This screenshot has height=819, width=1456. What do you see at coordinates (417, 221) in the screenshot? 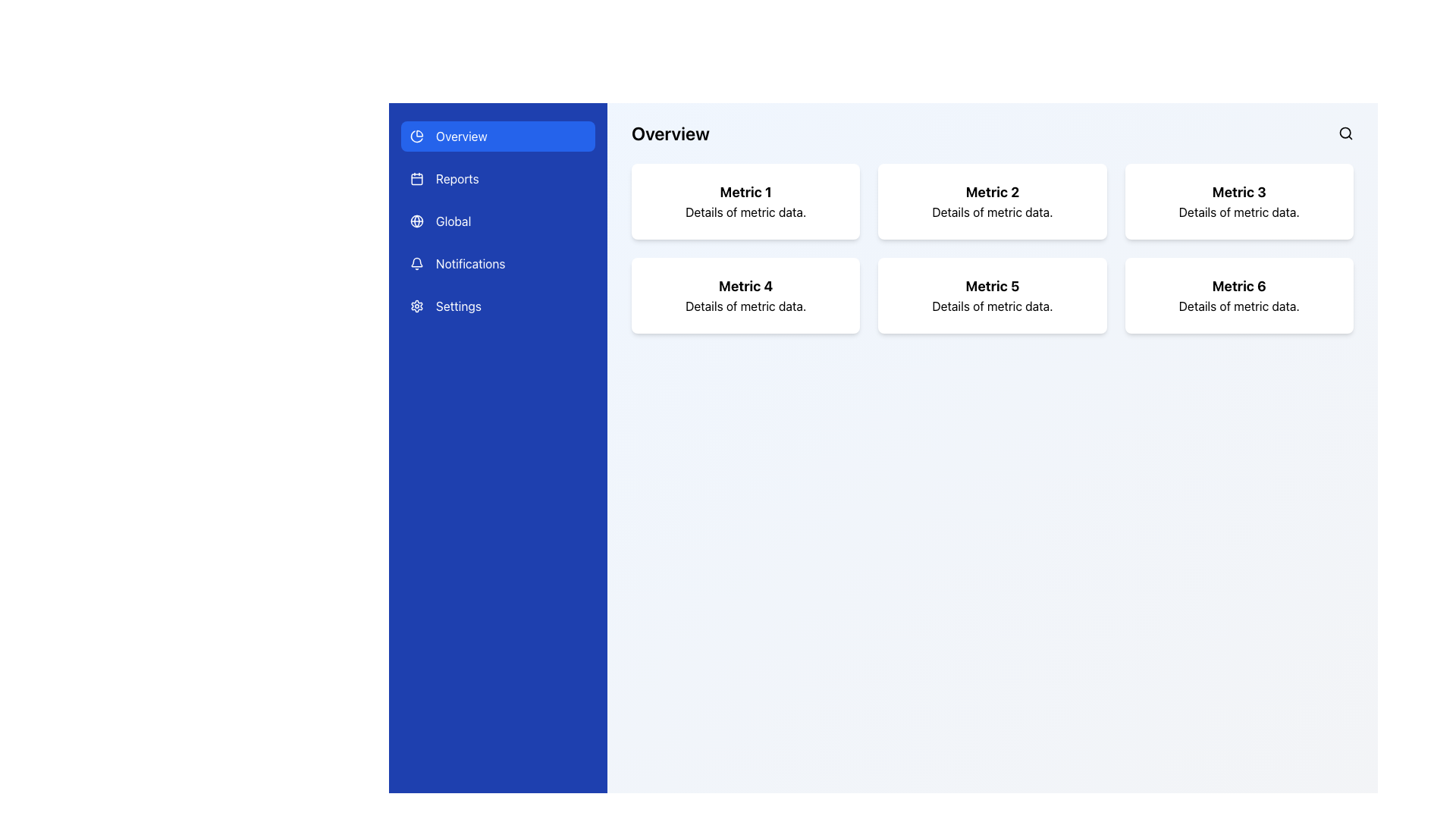
I see `the globe icon in the sidebar menu` at bounding box center [417, 221].